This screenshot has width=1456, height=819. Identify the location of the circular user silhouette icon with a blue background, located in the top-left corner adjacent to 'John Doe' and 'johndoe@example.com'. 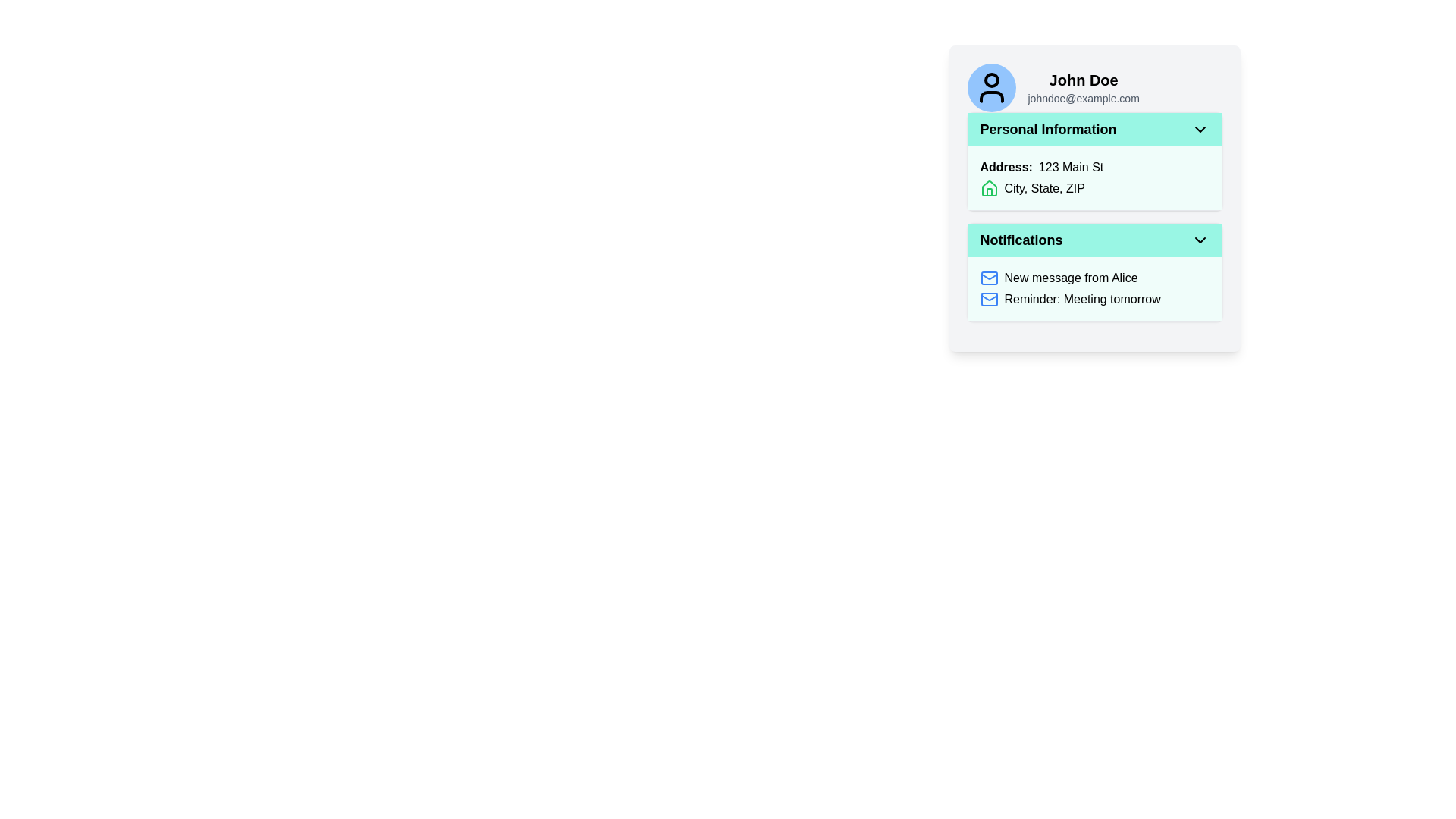
(991, 87).